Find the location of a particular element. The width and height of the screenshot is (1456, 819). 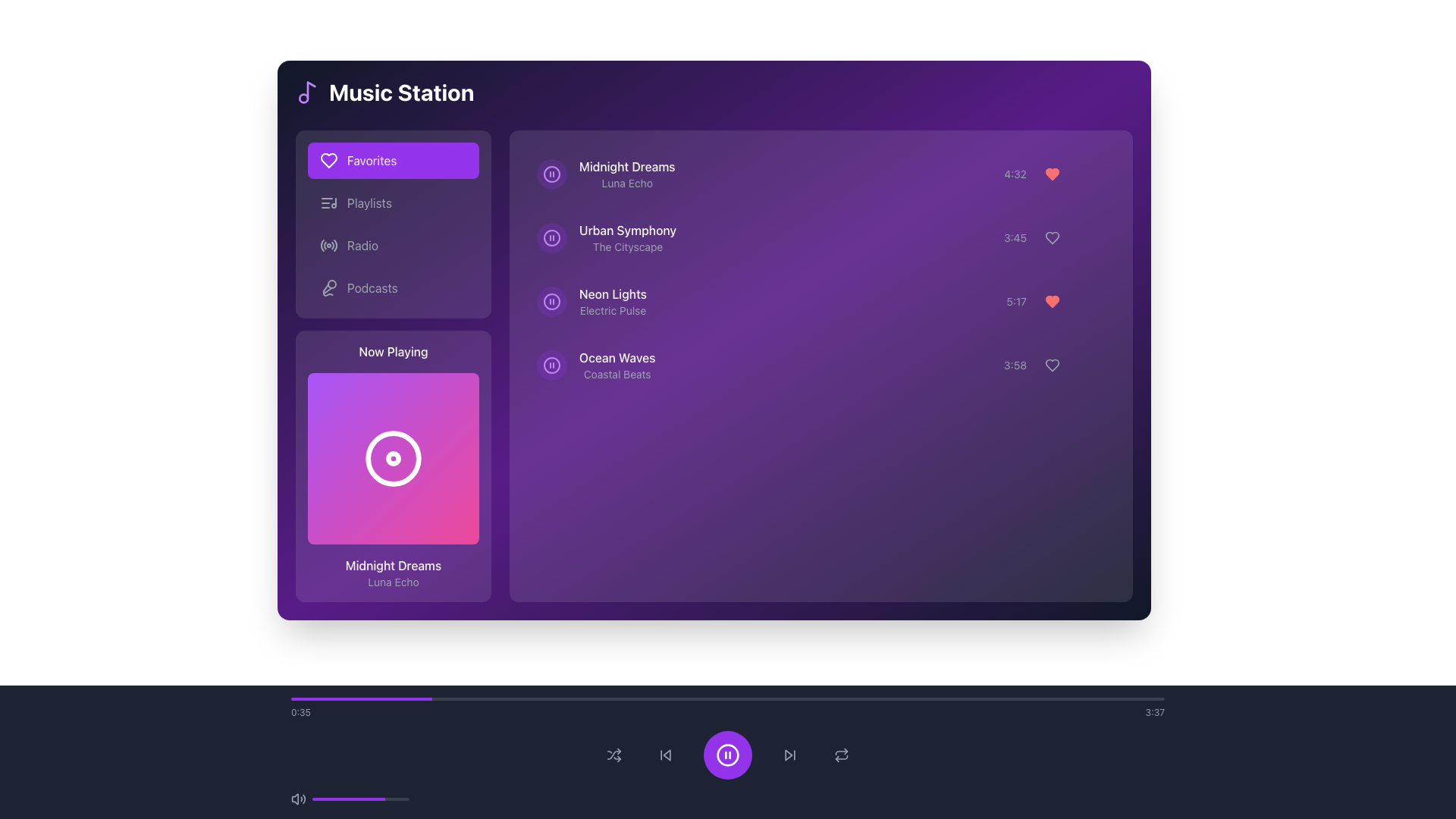

the skip-forward button located on the horizontal control bar at the bottom of the interface is located at coordinates (789, 755).